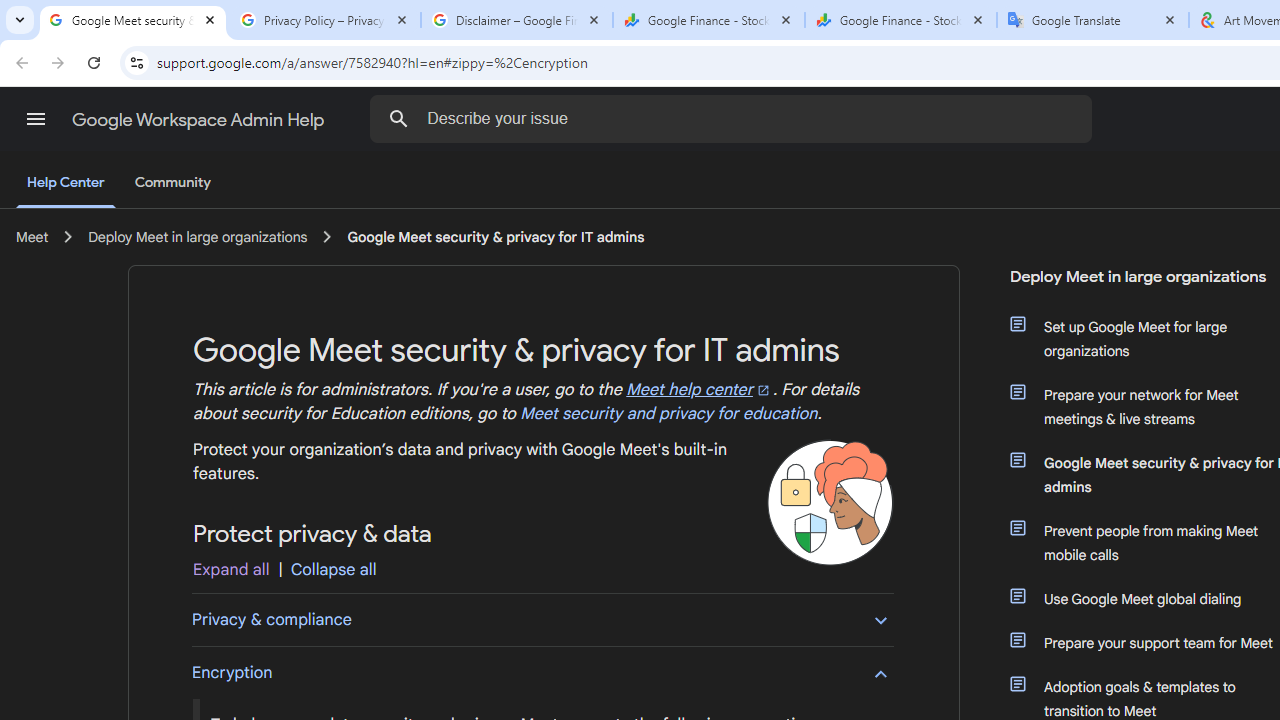  I want to click on 'Google Workspace Admin Help', so click(200, 119).